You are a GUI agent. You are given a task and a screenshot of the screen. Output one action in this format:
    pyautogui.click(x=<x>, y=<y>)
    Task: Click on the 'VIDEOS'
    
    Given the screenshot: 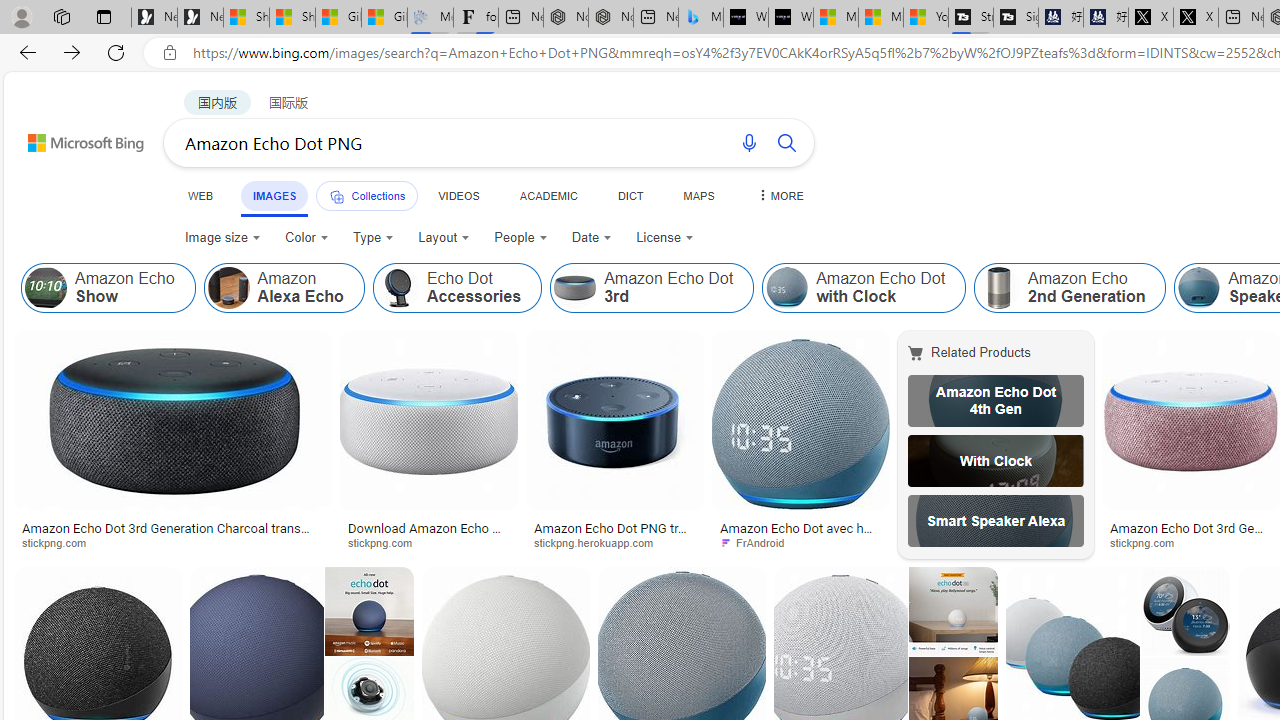 What is the action you would take?
    pyautogui.click(x=457, y=195)
    